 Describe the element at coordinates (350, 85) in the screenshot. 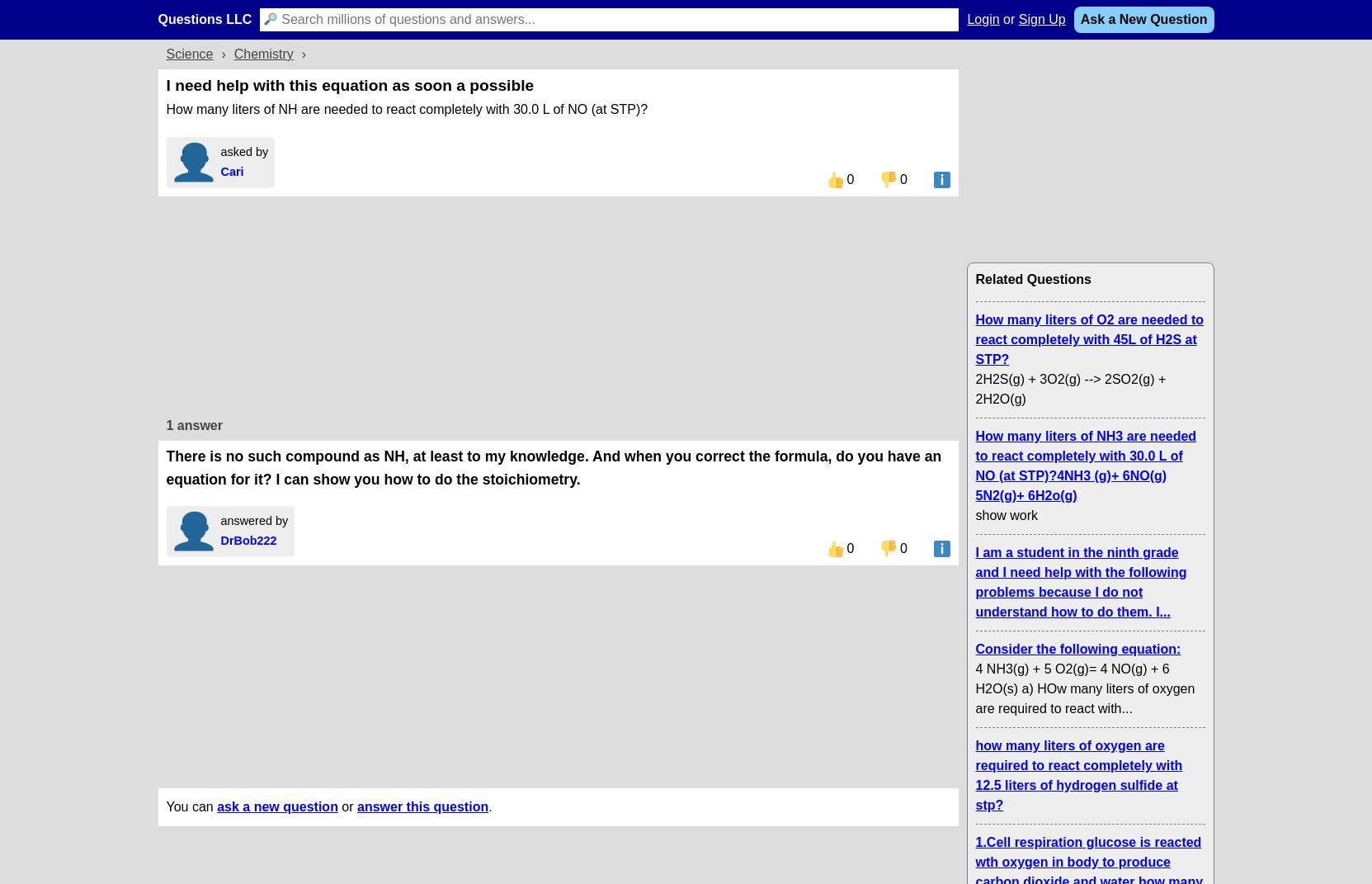

I see `'I need help with this equation as soon a possible'` at that location.